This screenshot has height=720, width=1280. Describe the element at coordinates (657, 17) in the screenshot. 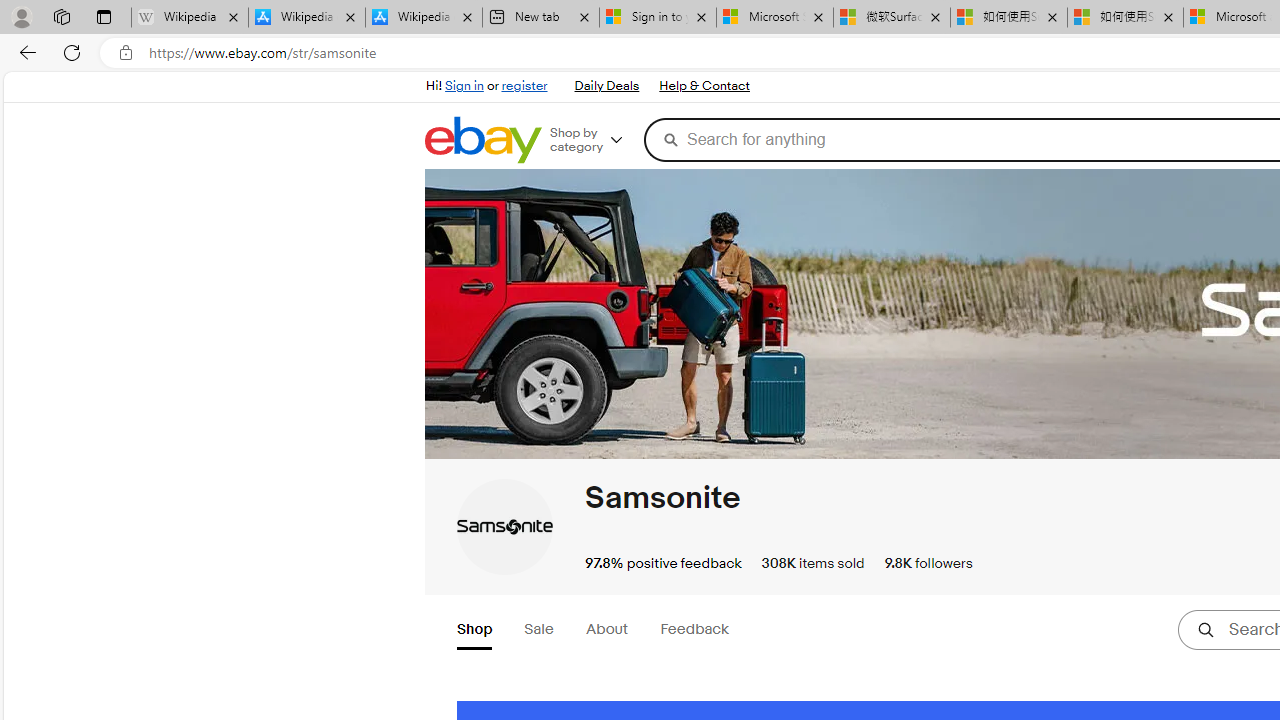

I see `'Sign in to your Microsoft account'` at that location.